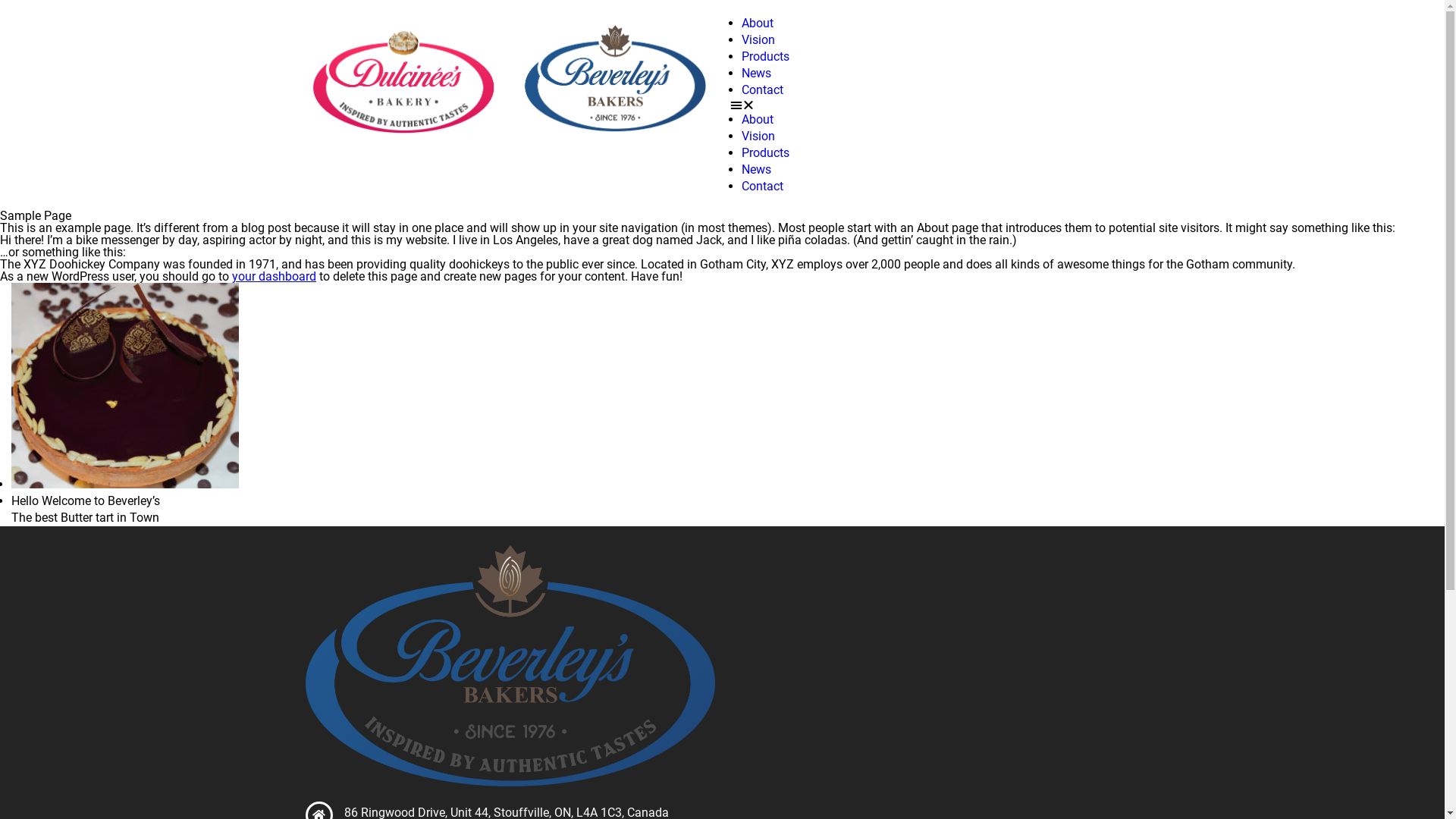 The width and height of the screenshot is (1456, 819). What do you see at coordinates (757, 118) in the screenshot?
I see `'About'` at bounding box center [757, 118].